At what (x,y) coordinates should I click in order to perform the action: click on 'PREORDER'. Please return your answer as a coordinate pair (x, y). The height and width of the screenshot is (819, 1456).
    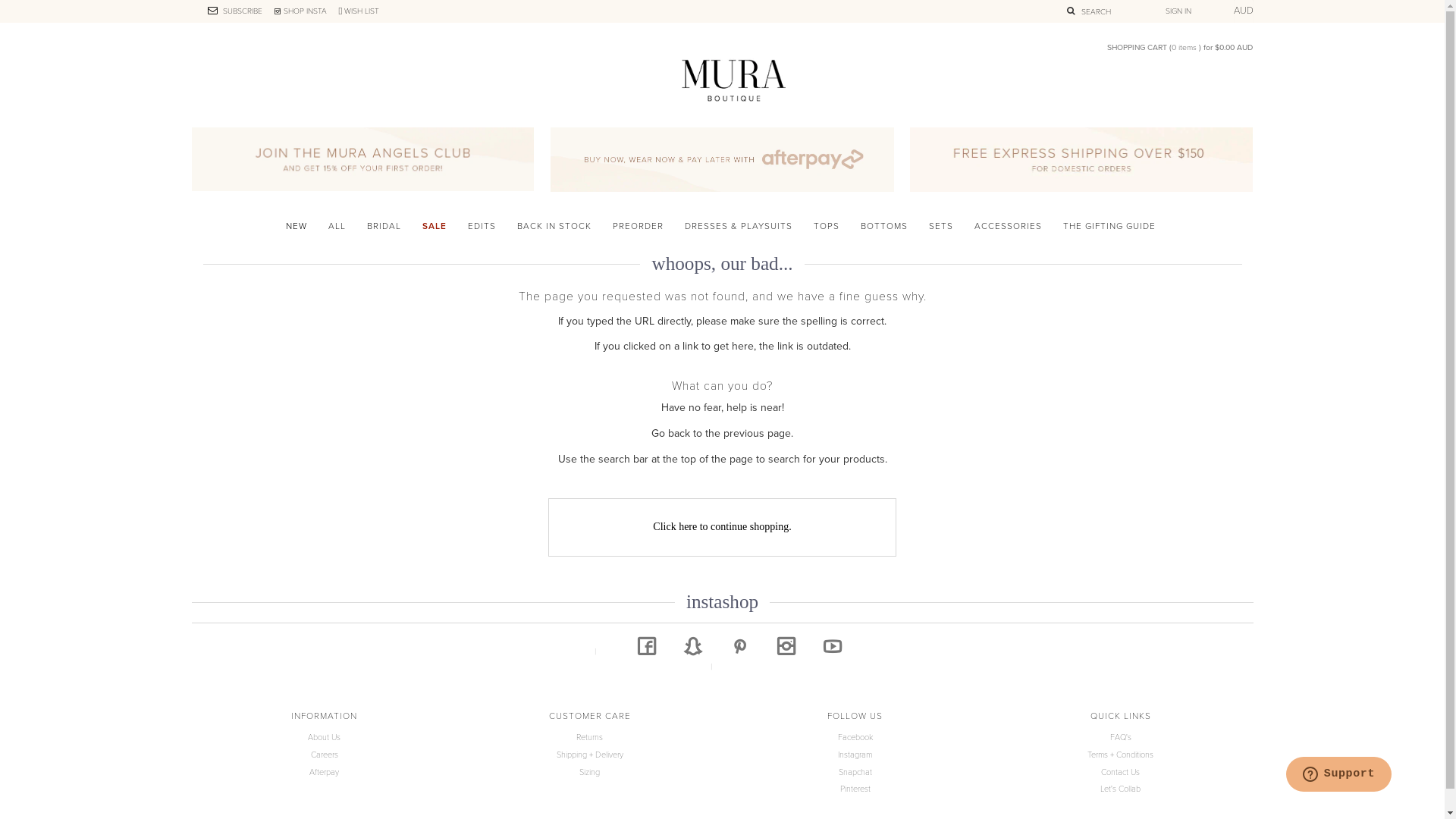
    Looking at the image, I should click on (638, 226).